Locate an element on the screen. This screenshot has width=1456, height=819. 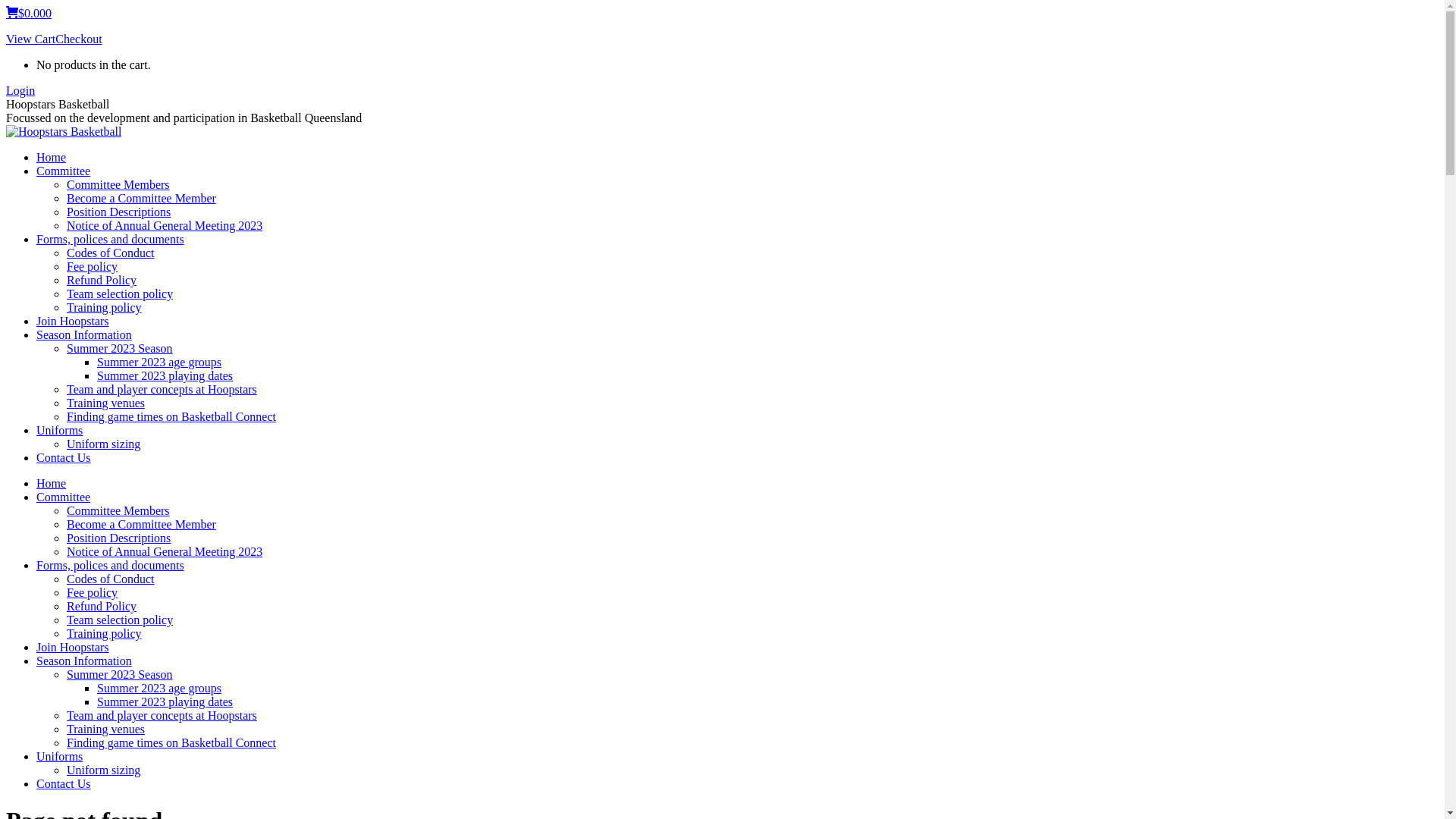
'Summer 2023 playing dates' is located at coordinates (165, 701).